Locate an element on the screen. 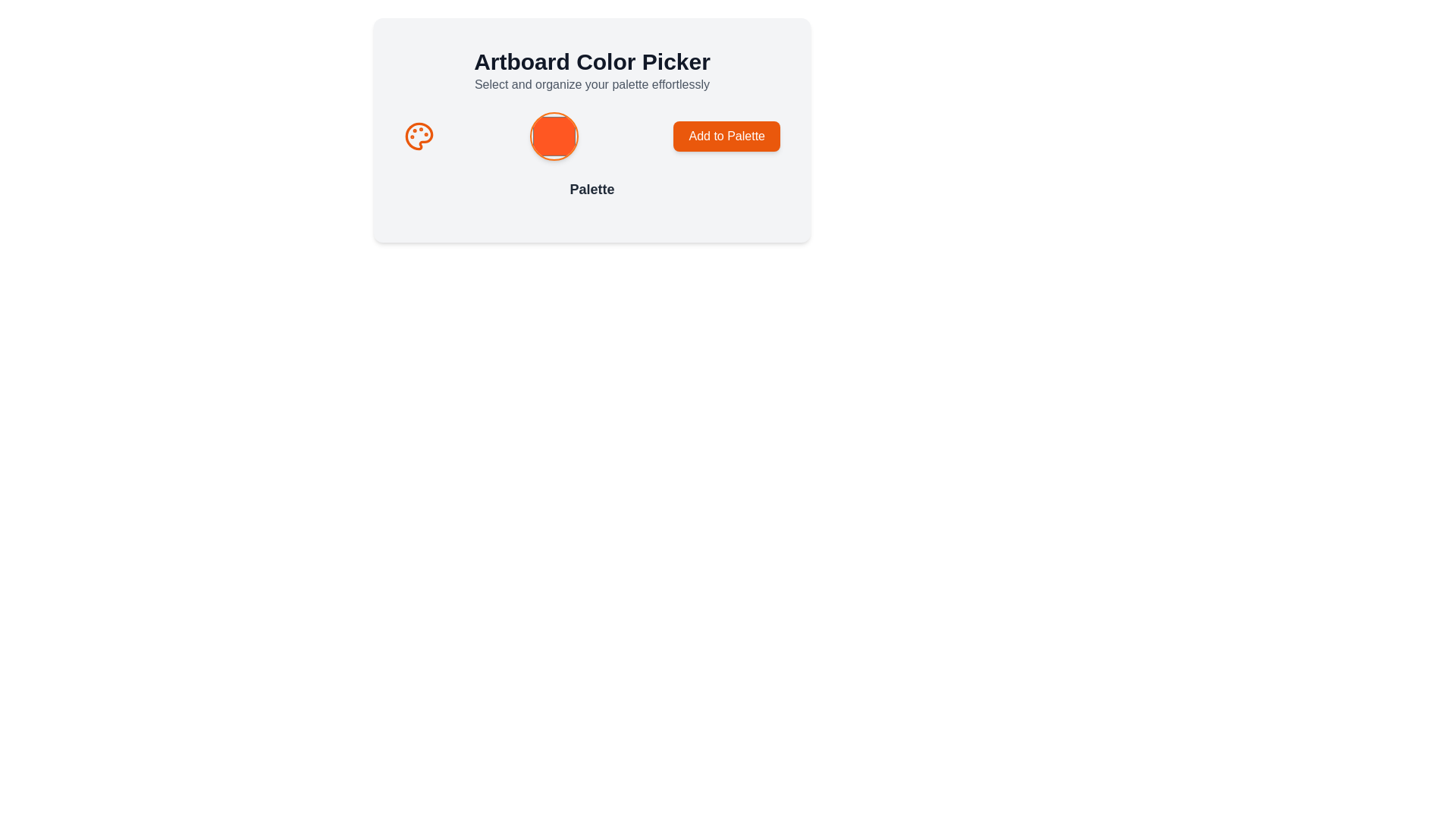  the circle-shaped color selector that signifies the chosen bright orange color is located at coordinates (553, 136).